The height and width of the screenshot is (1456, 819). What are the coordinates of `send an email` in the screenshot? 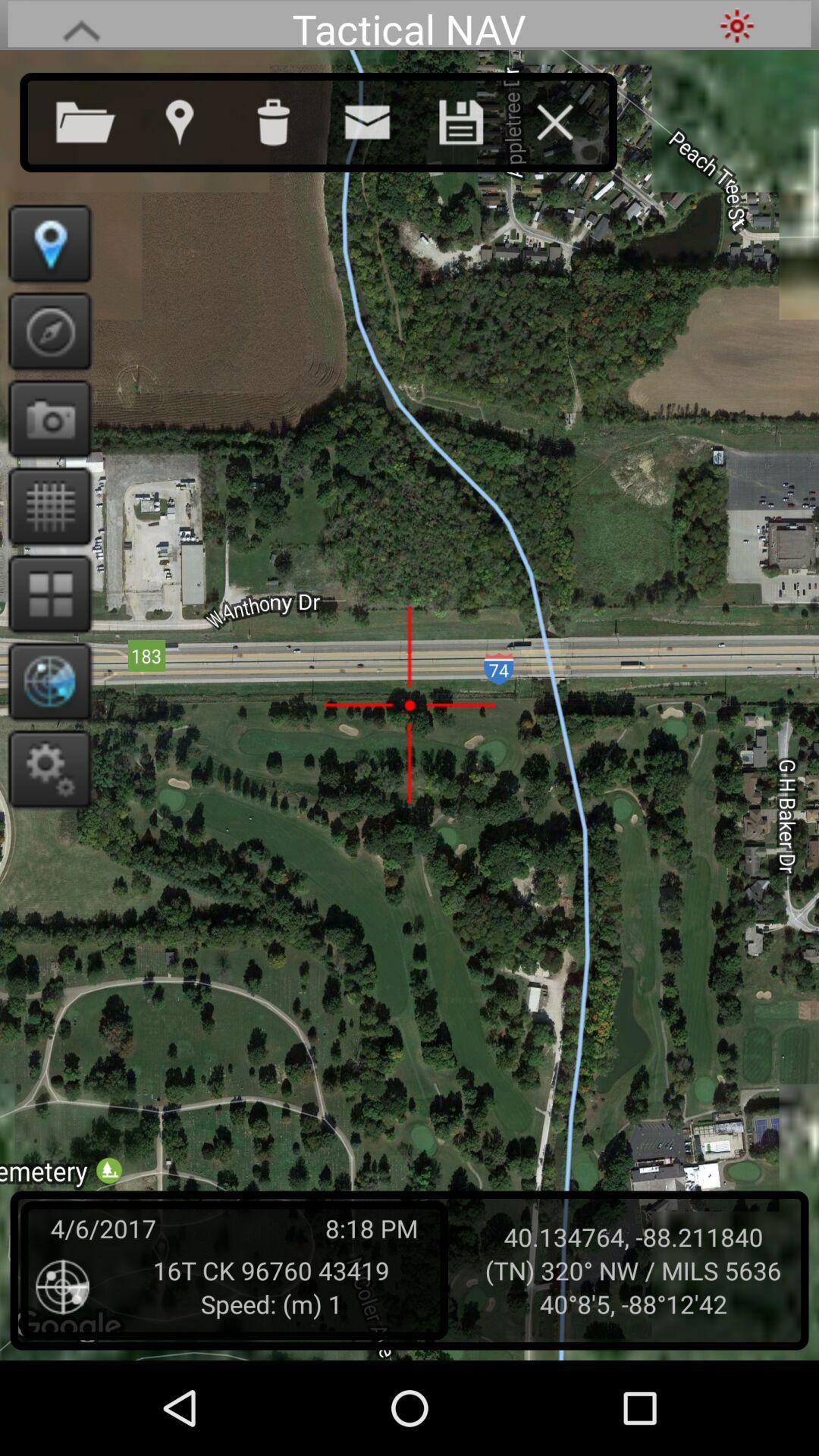 It's located at (381, 118).